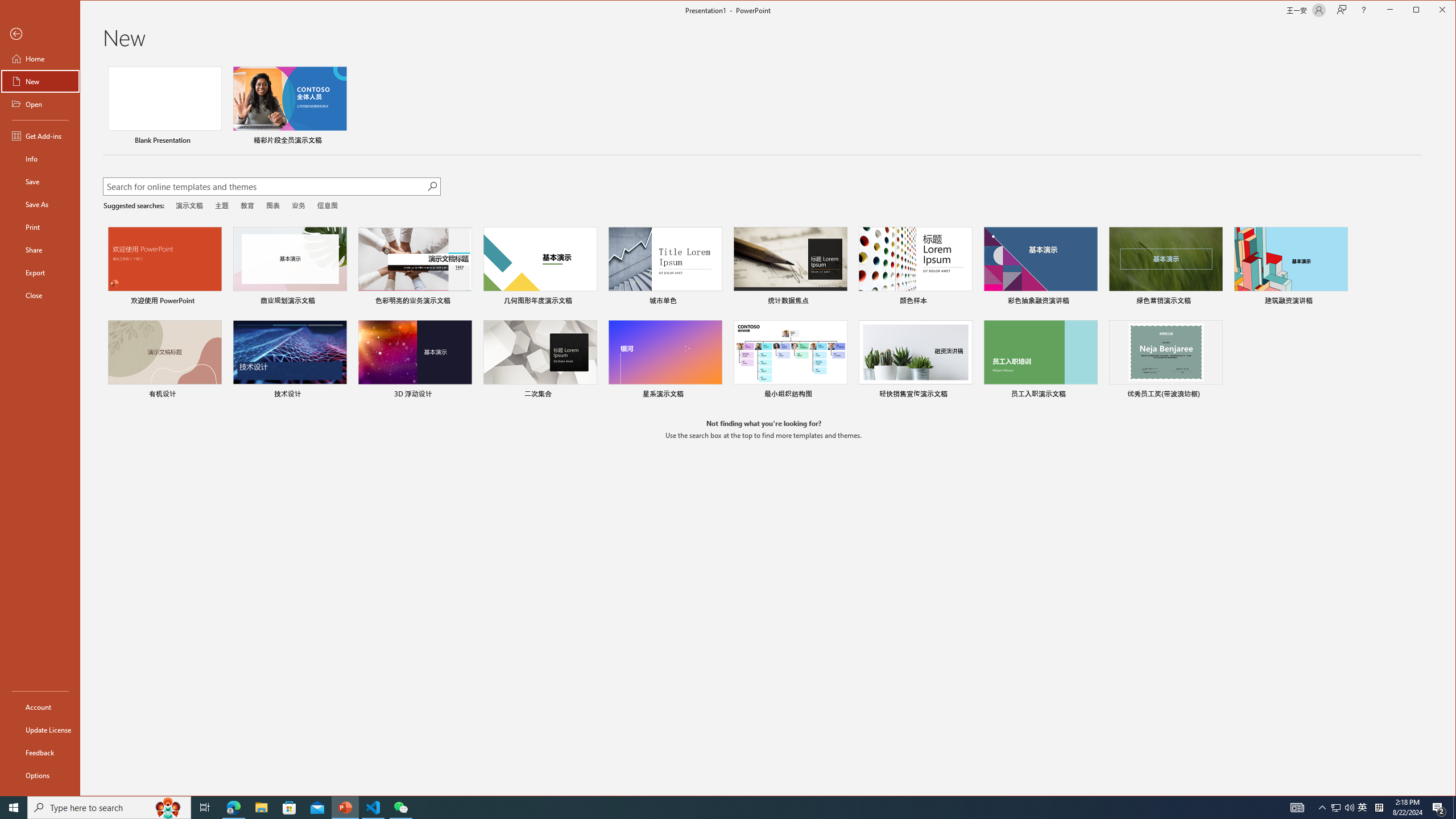  What do you see at coordinates (164, 106) in the screenshot?
I see `'Blank Presentation'` at bounding box center [164, 106].